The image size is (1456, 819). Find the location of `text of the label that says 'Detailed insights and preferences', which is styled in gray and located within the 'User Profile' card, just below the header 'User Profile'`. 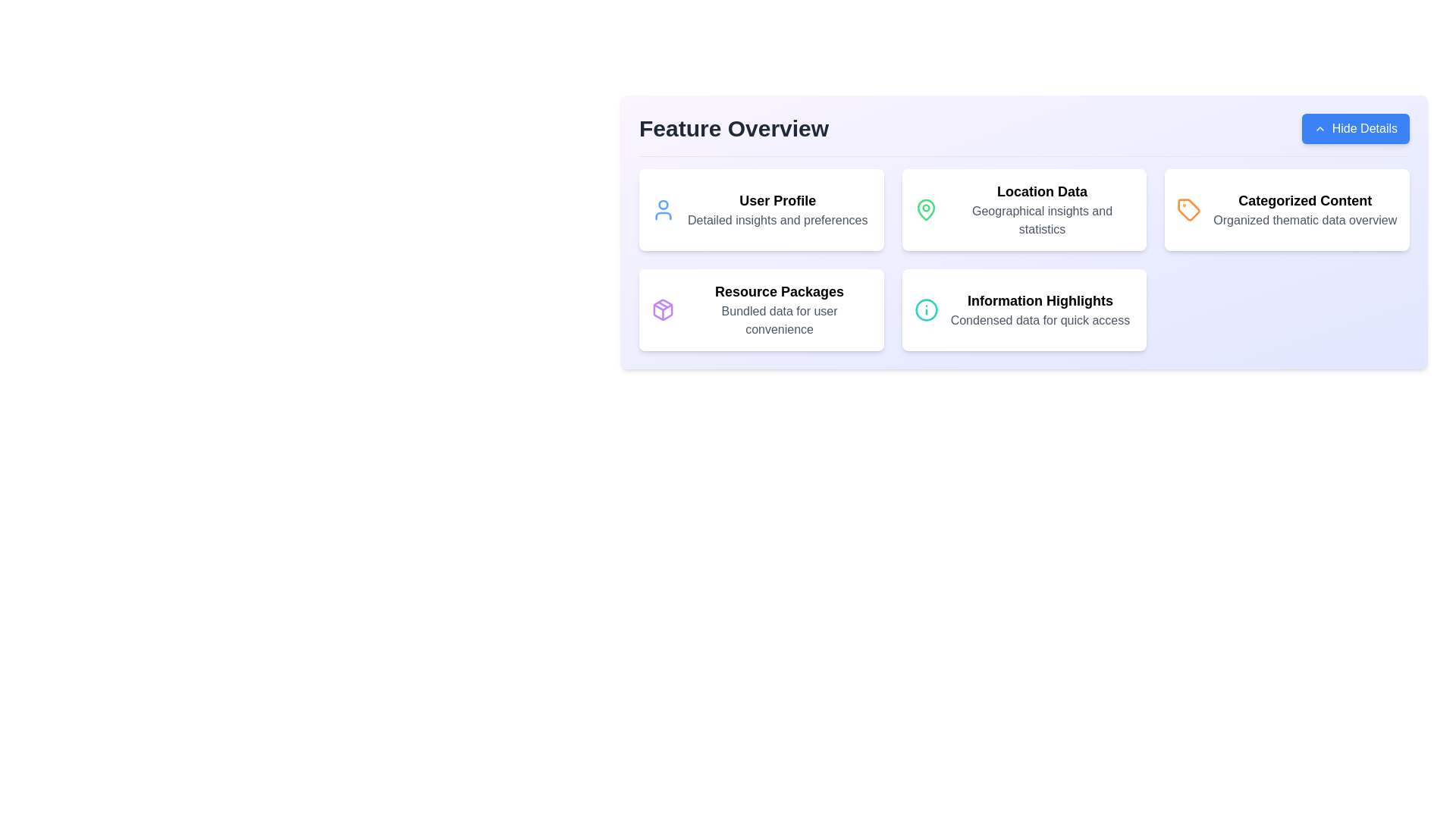

text of the label that says 'Detailed insights and preferences', which is styled in gray and located within the 'User Profile' card, just below the header 'User Profile' is located at coordinates (777, 220).